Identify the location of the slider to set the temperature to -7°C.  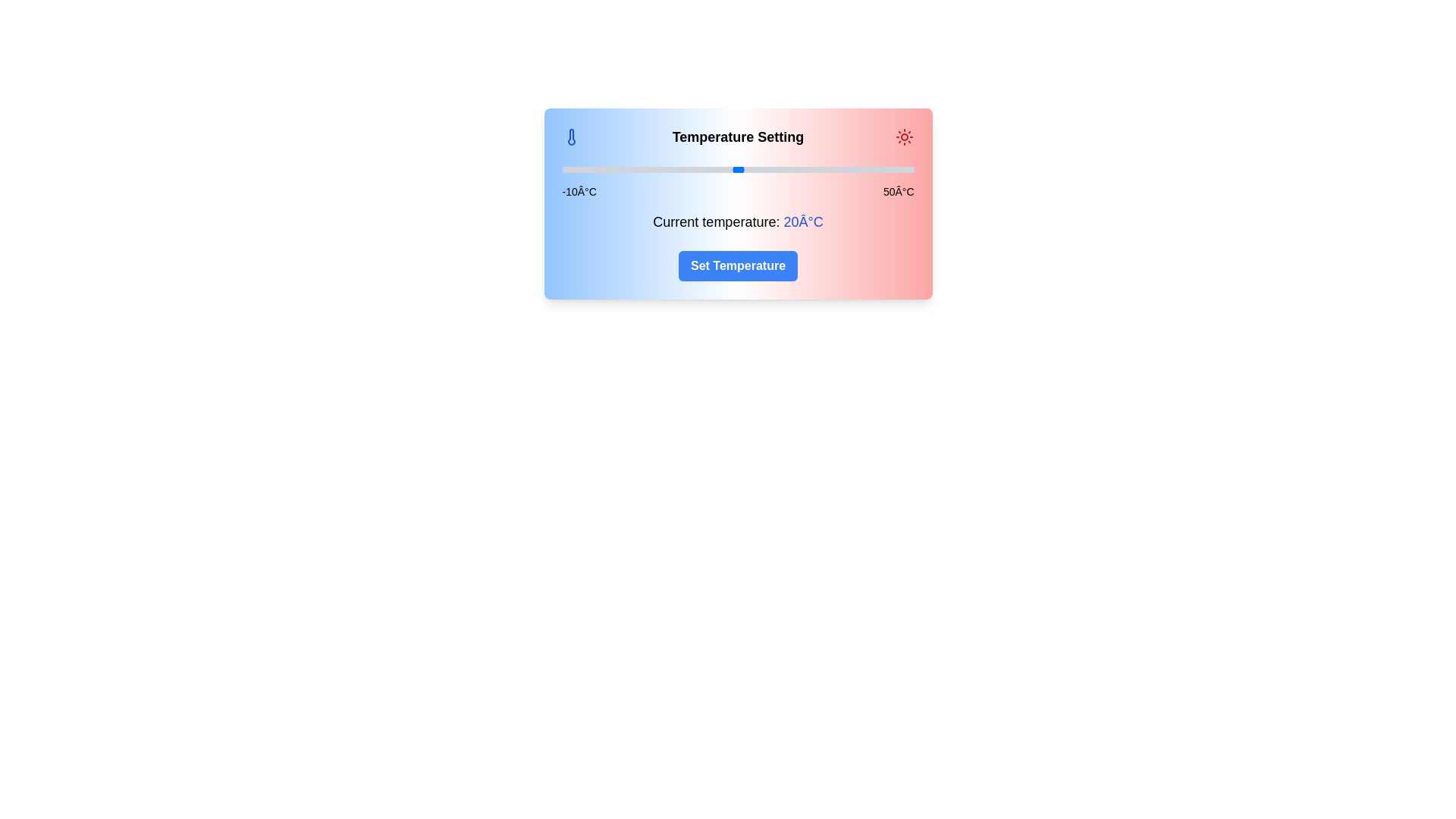
(579, 169).